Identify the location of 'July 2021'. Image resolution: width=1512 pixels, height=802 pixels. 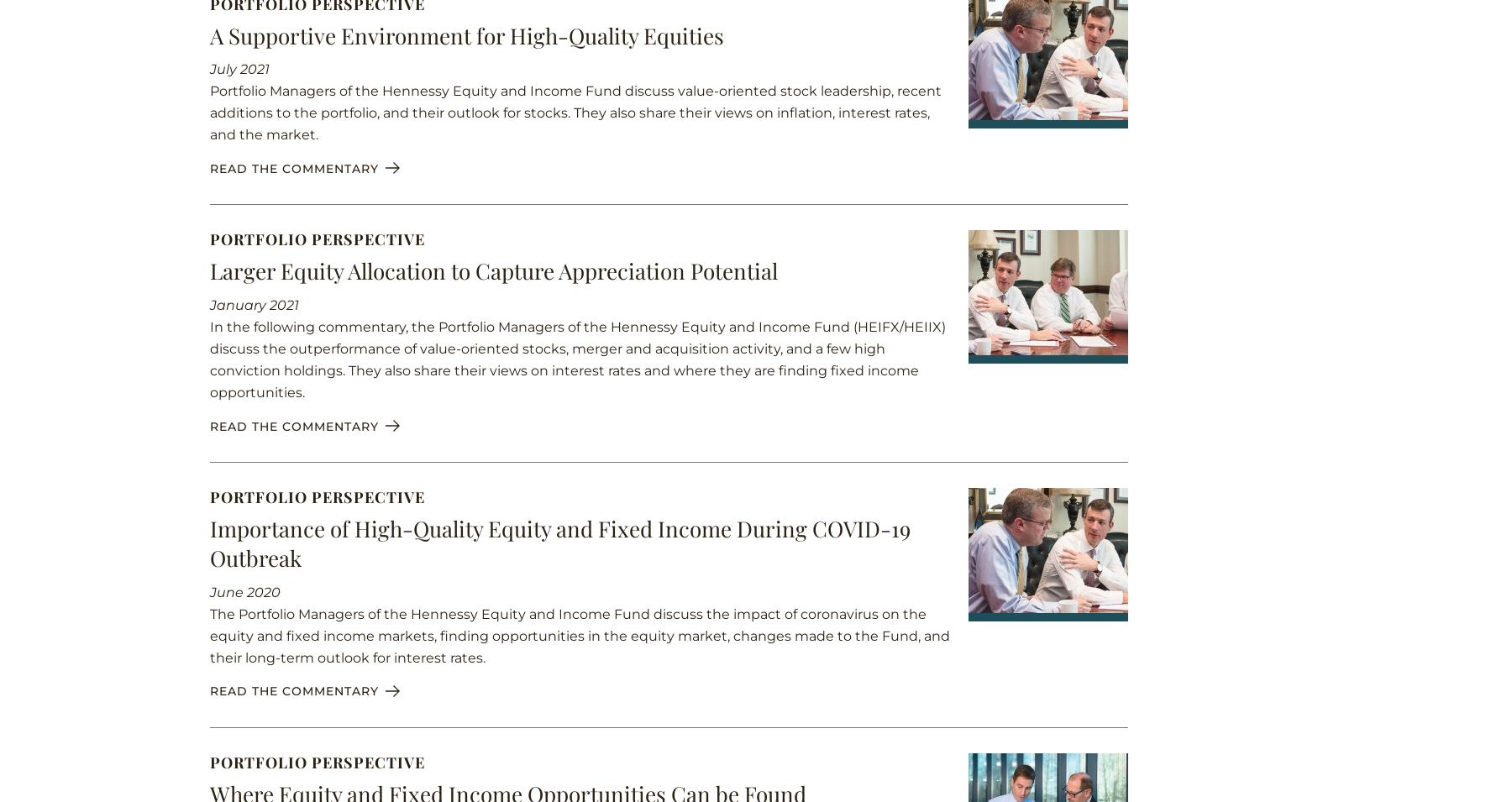
(239, 68).